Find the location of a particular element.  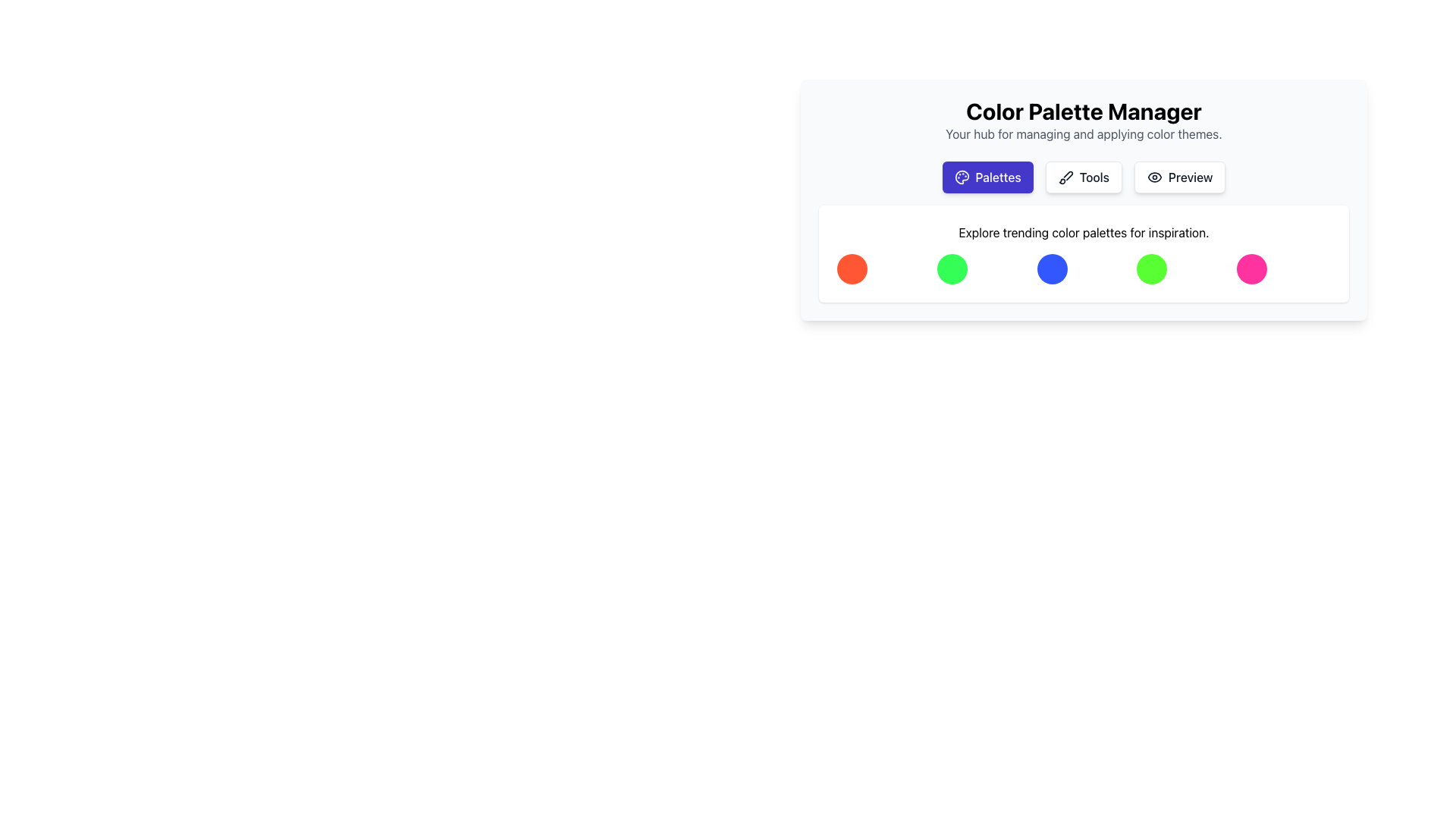

text displayed in the heading titled 'Color Palette Manager' which is prominently formatted with a subtitle 'Your hub for managing and applying color themes.' is located at coordinates (1083, 119).